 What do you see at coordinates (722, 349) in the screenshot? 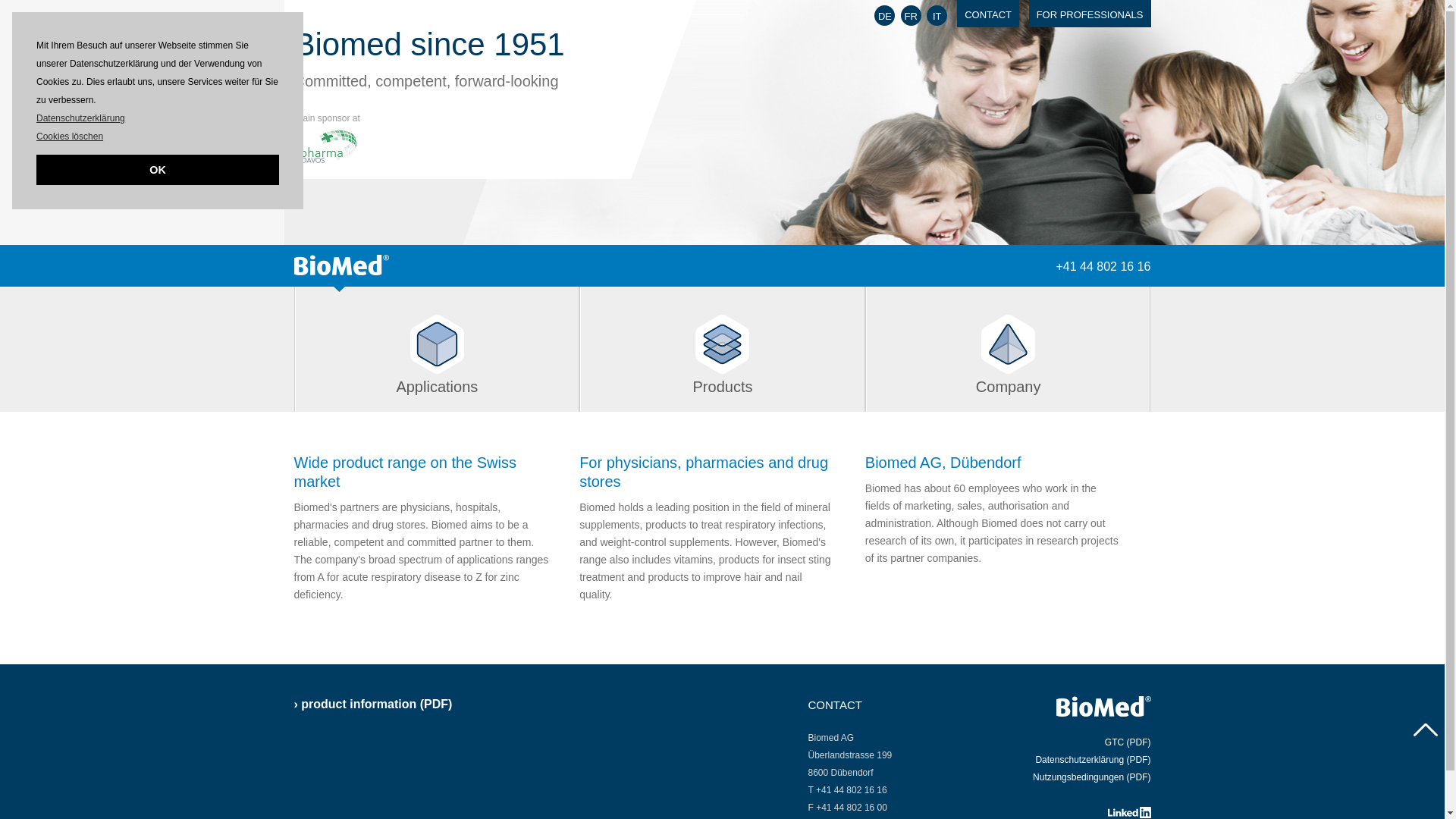
I see `'Products'` at bounding box center [722, 349].